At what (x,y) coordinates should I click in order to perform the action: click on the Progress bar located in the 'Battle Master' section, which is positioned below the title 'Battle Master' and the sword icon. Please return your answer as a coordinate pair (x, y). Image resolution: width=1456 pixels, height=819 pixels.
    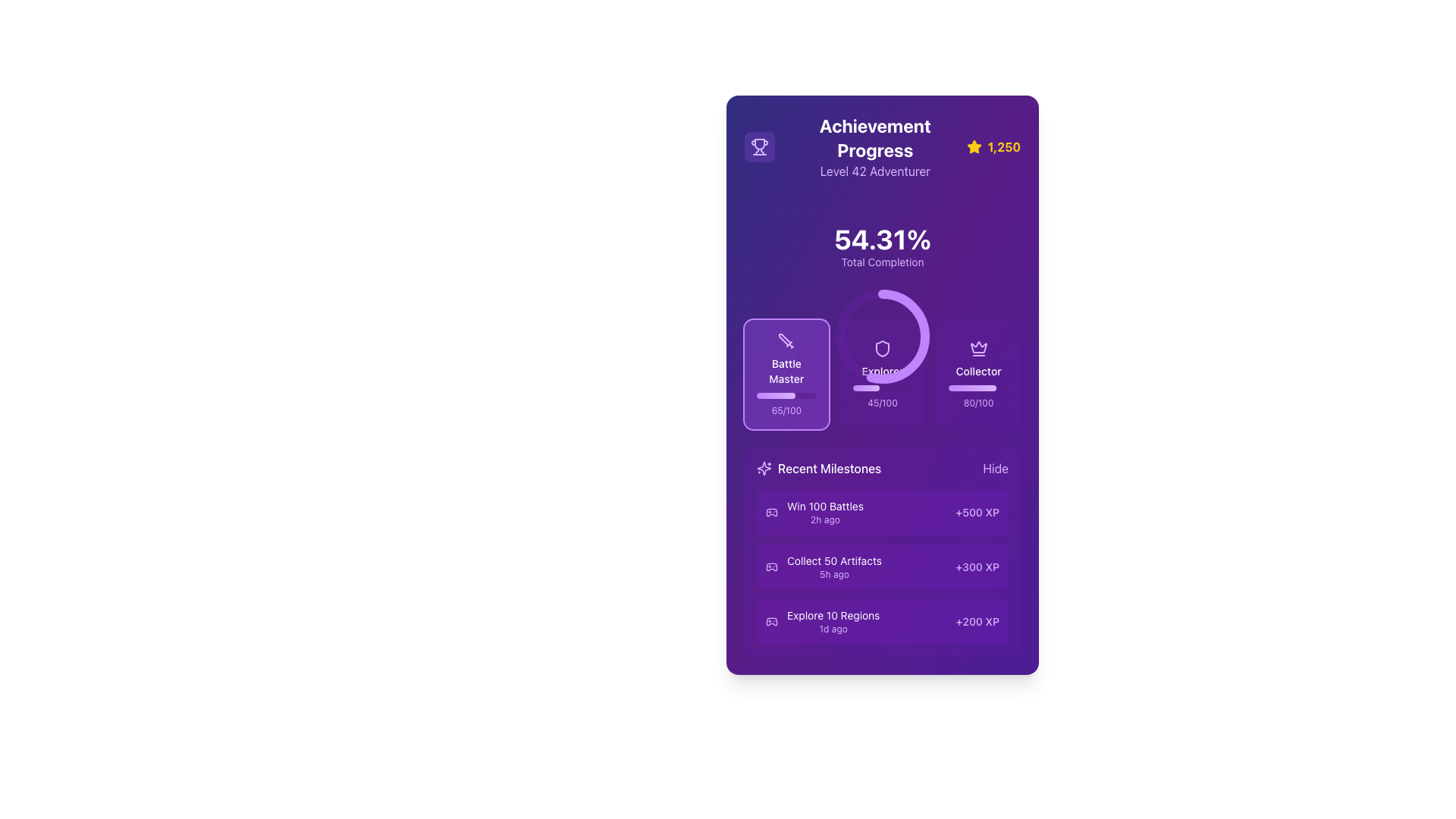
    Looking at the image, I should click on (786, 394).